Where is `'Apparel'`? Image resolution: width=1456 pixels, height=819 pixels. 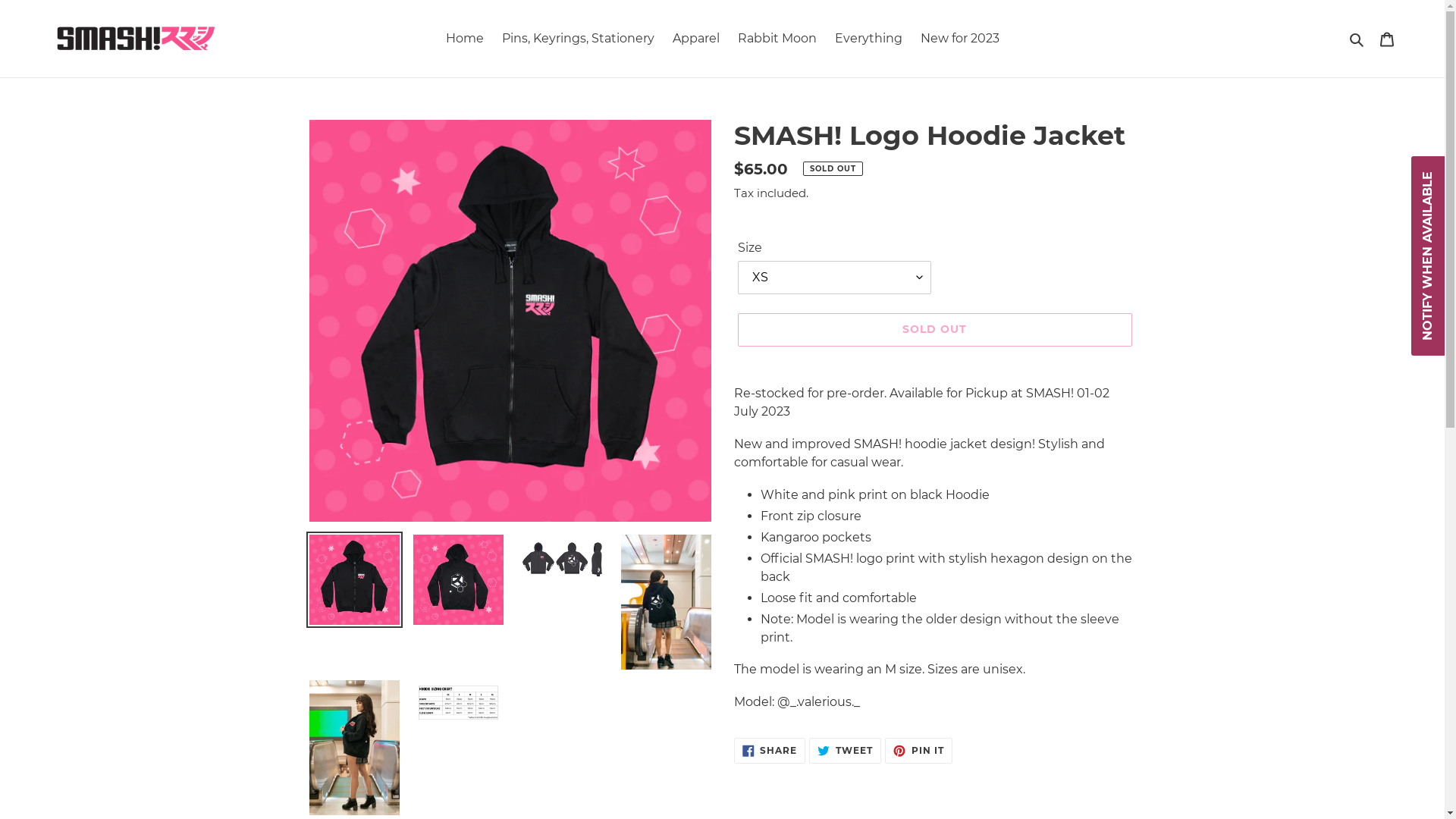 'Apparel' is located at coordinates (694, 37).